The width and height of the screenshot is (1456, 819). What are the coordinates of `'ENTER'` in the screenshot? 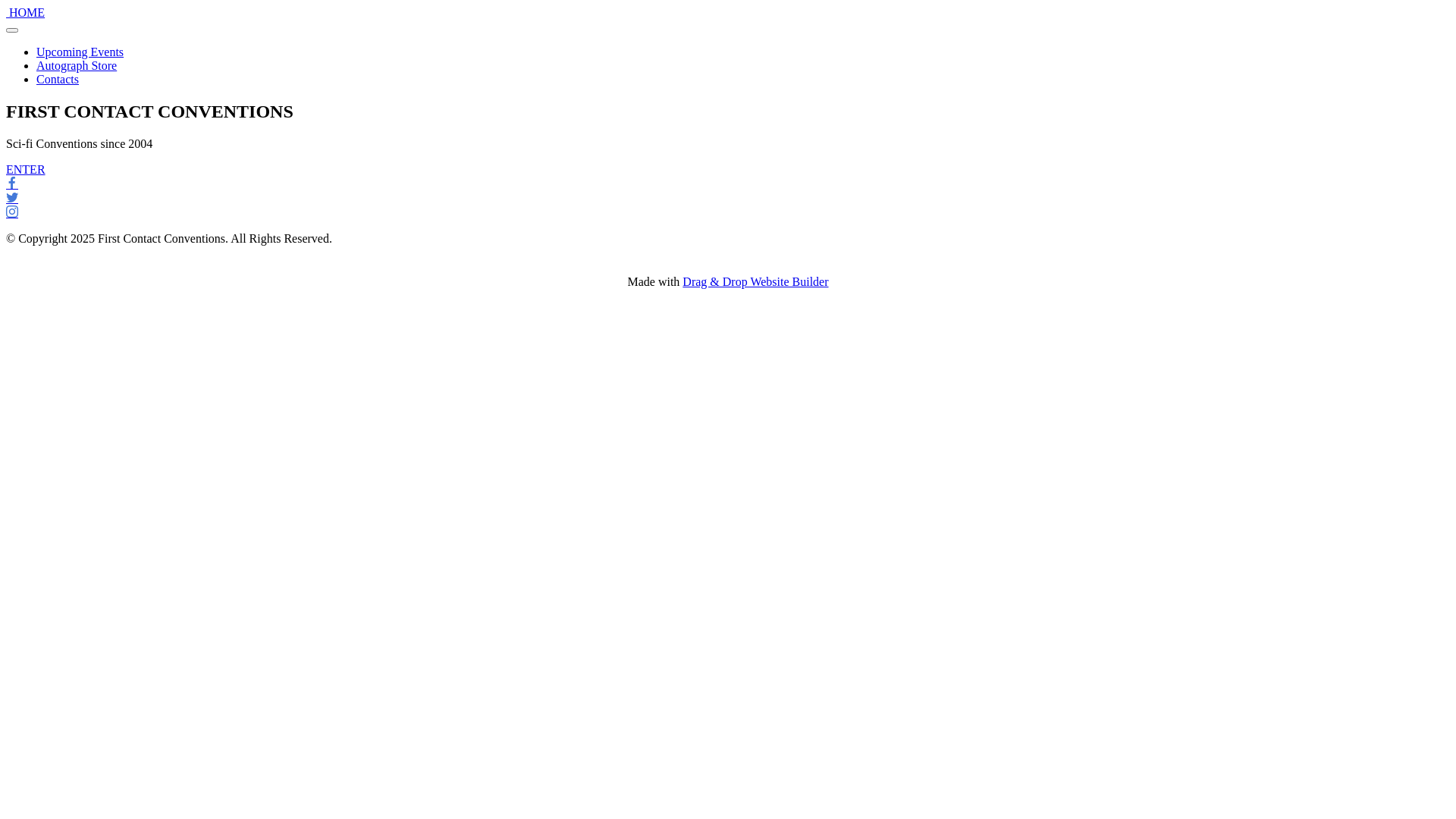 It's located at (25, 169).